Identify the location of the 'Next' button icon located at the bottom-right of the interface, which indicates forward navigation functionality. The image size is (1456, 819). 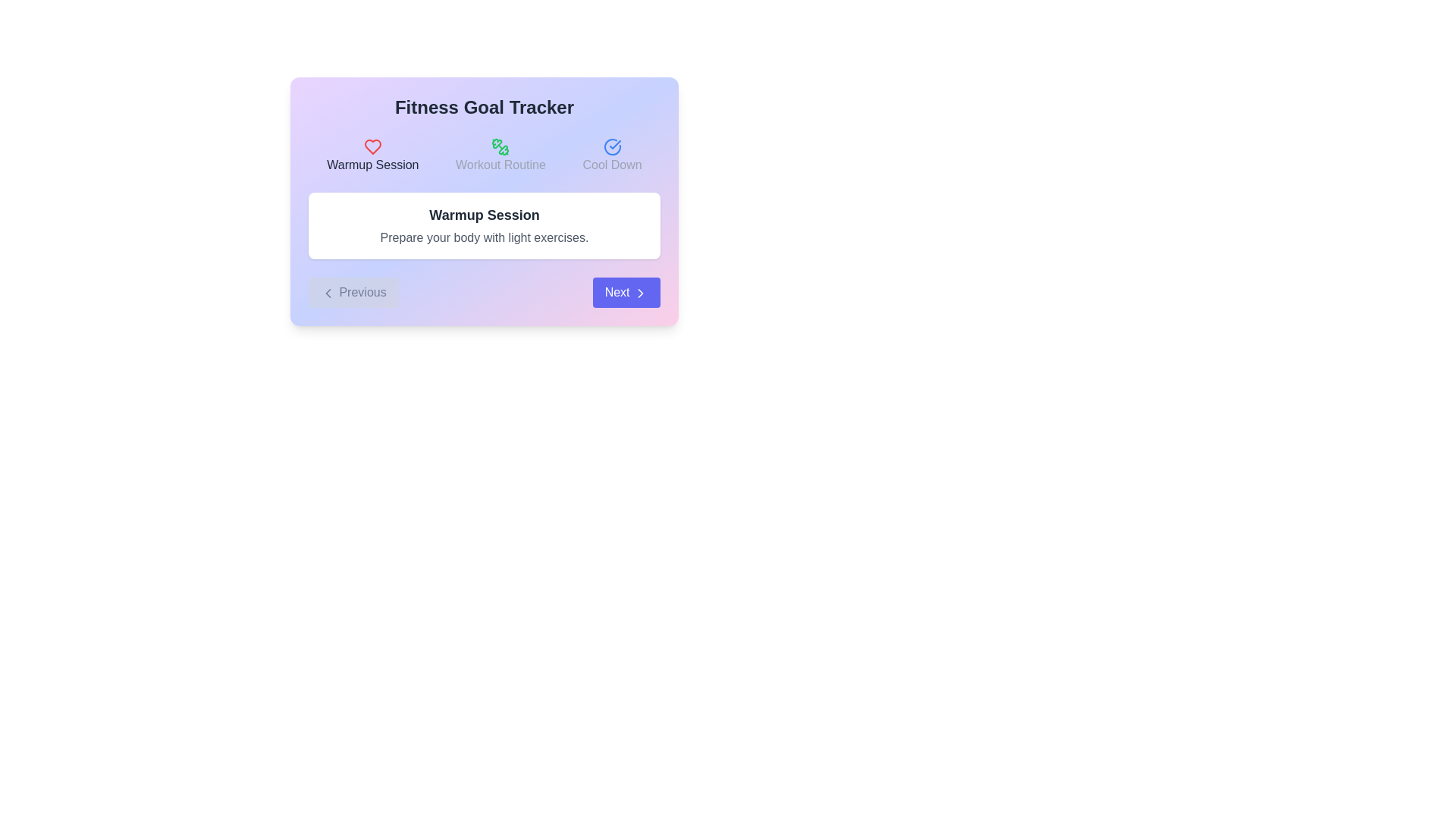
(640, 292).